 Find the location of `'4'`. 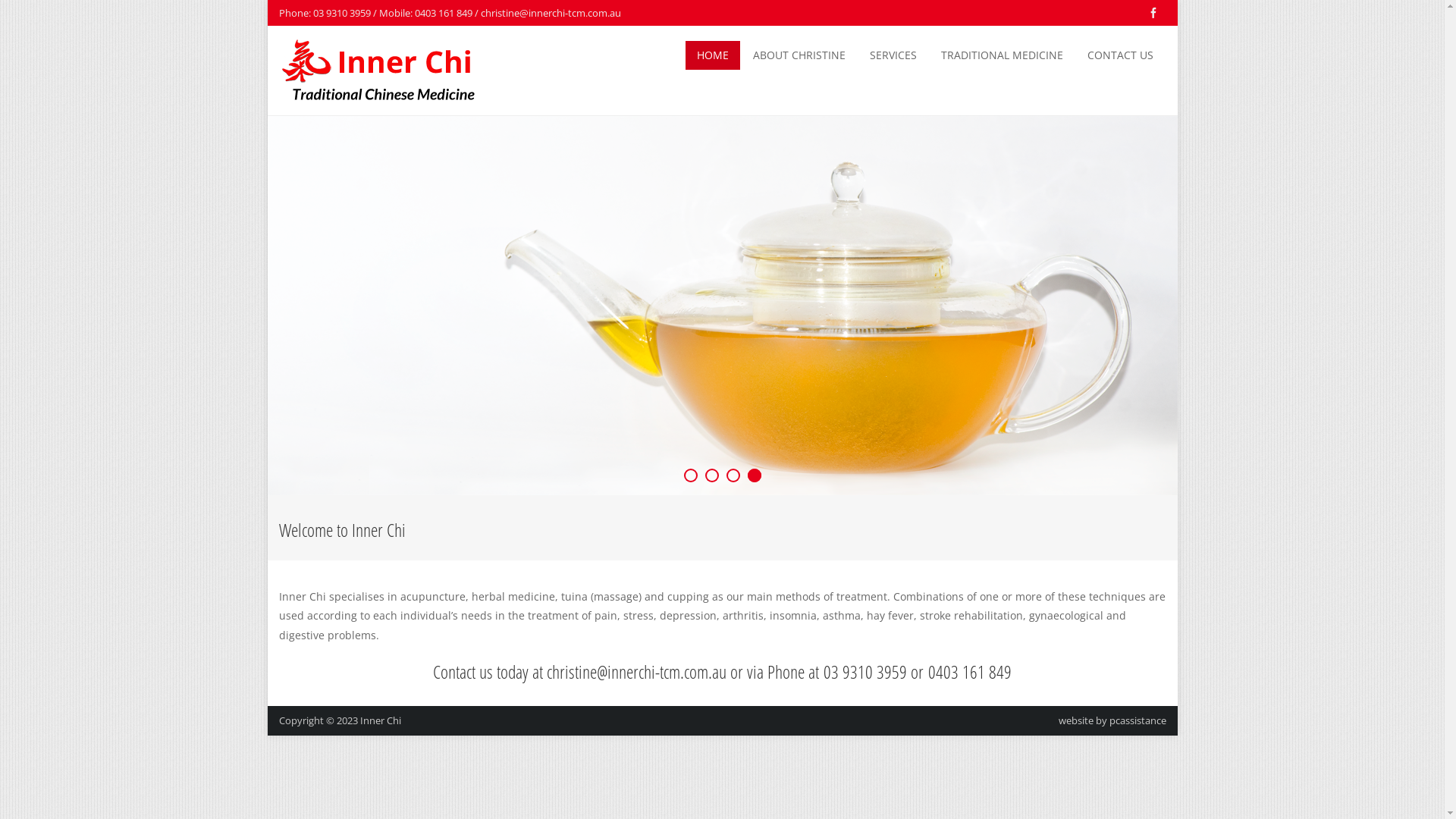

'4' is located at coordinates (754, 475).